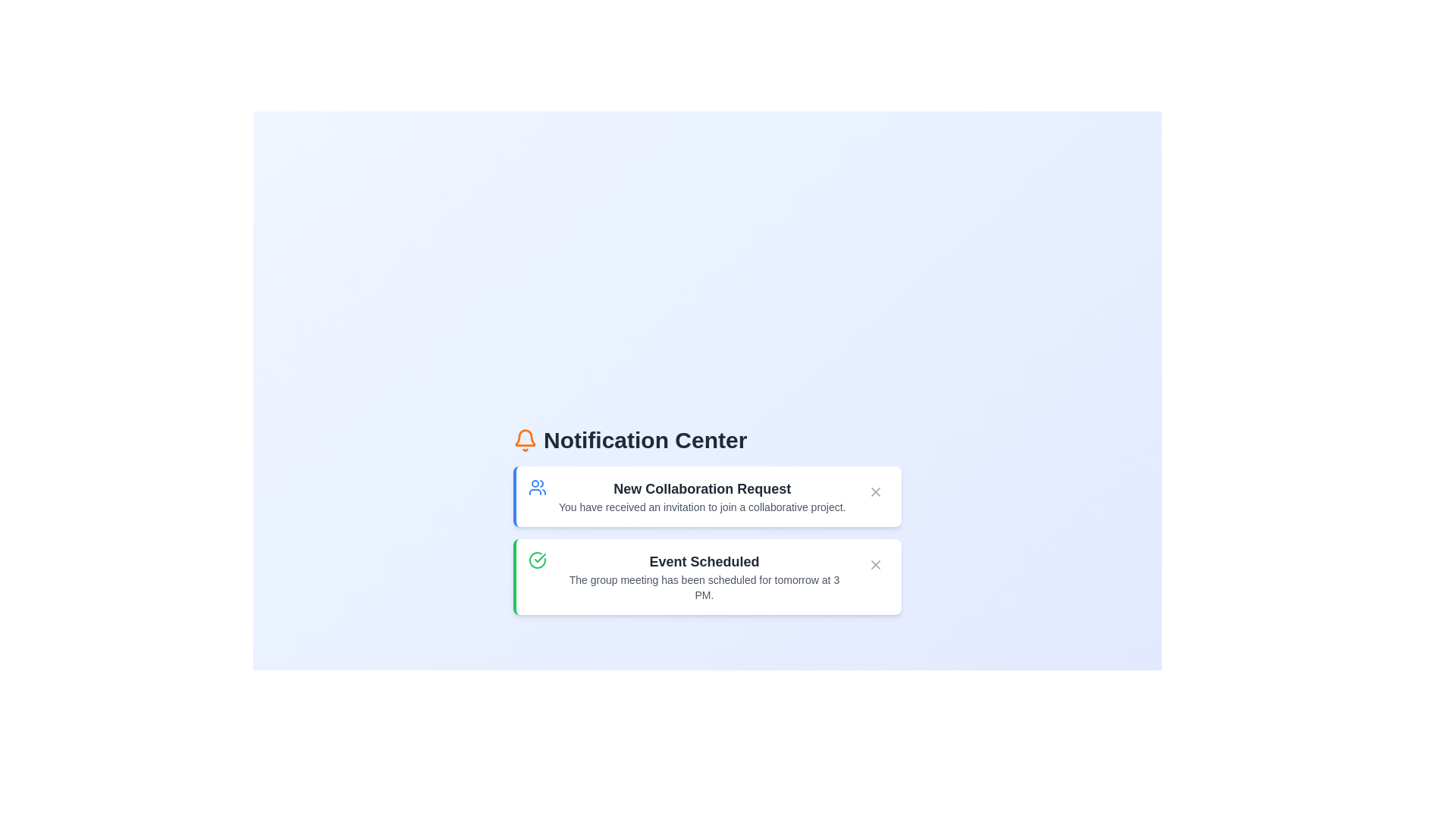  I want to click on the Close Button Icon, represented by an 'X' shape, located at the far-right side of the 'New Collaboration Request' notification card to trigger a tooltip, so click(876, 564).